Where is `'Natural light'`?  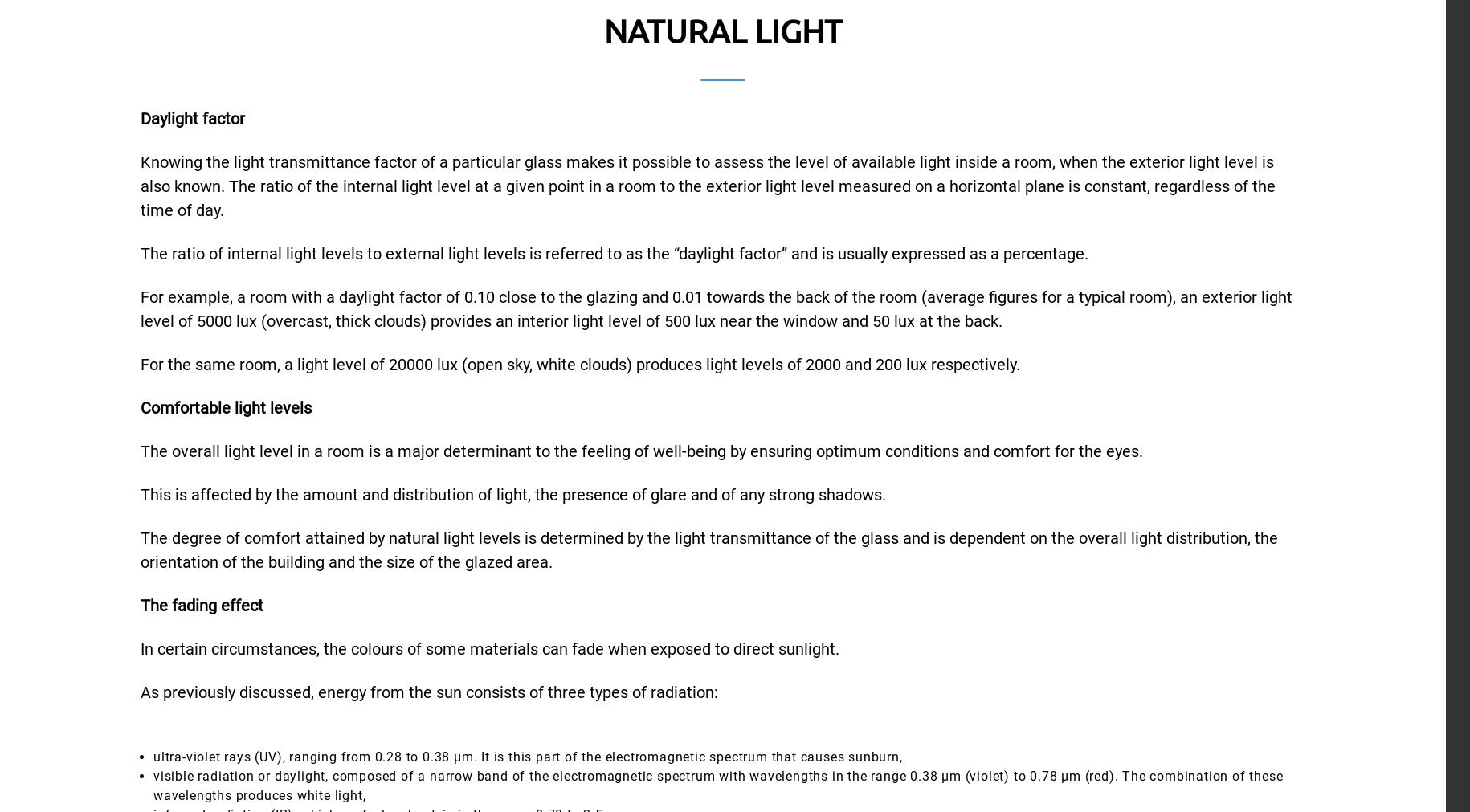
'Natural light' is located at coordinates (722, 29).